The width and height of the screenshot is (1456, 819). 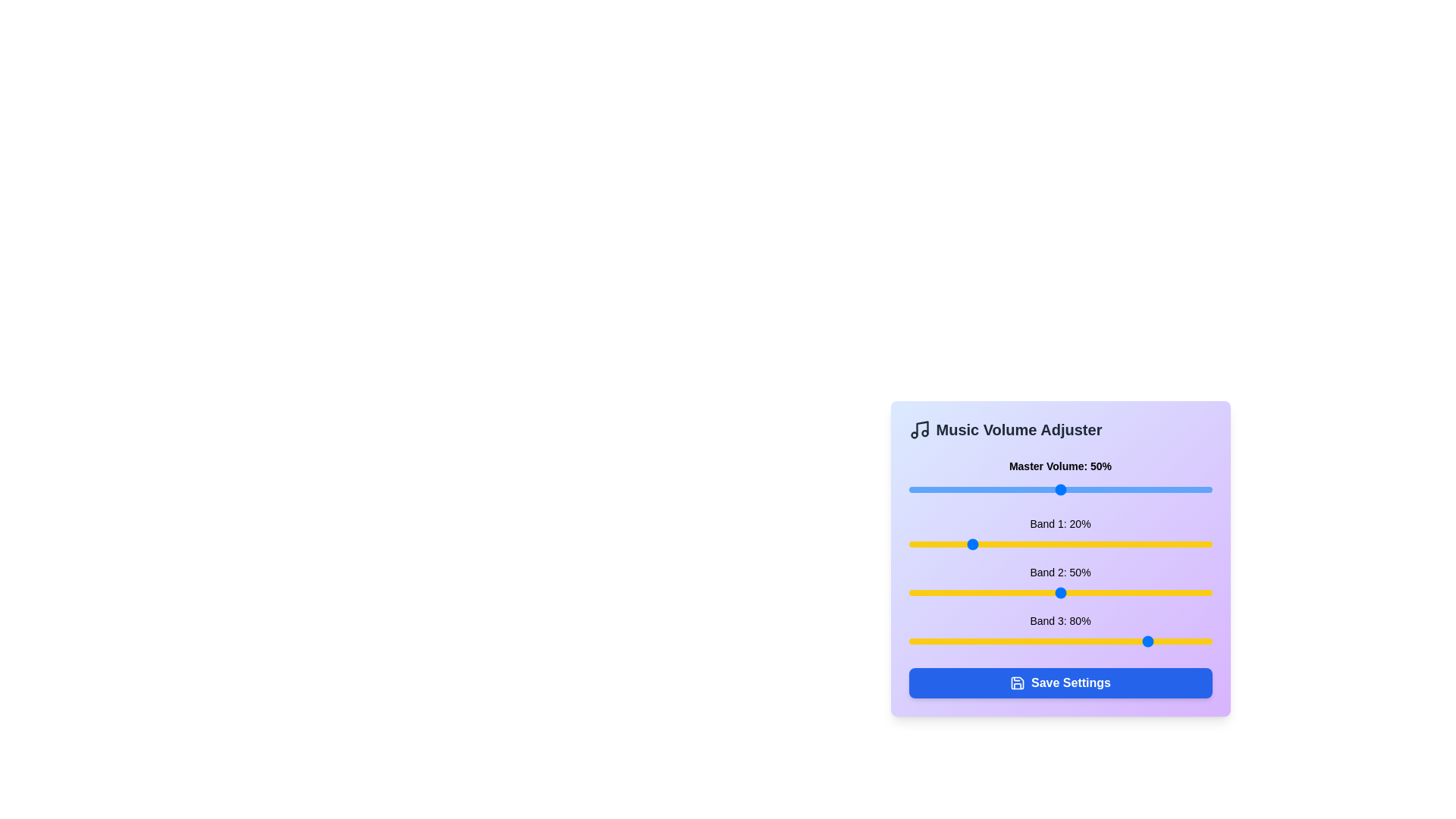 I want to click on Band 3 slider, so click(x=908, y=641).